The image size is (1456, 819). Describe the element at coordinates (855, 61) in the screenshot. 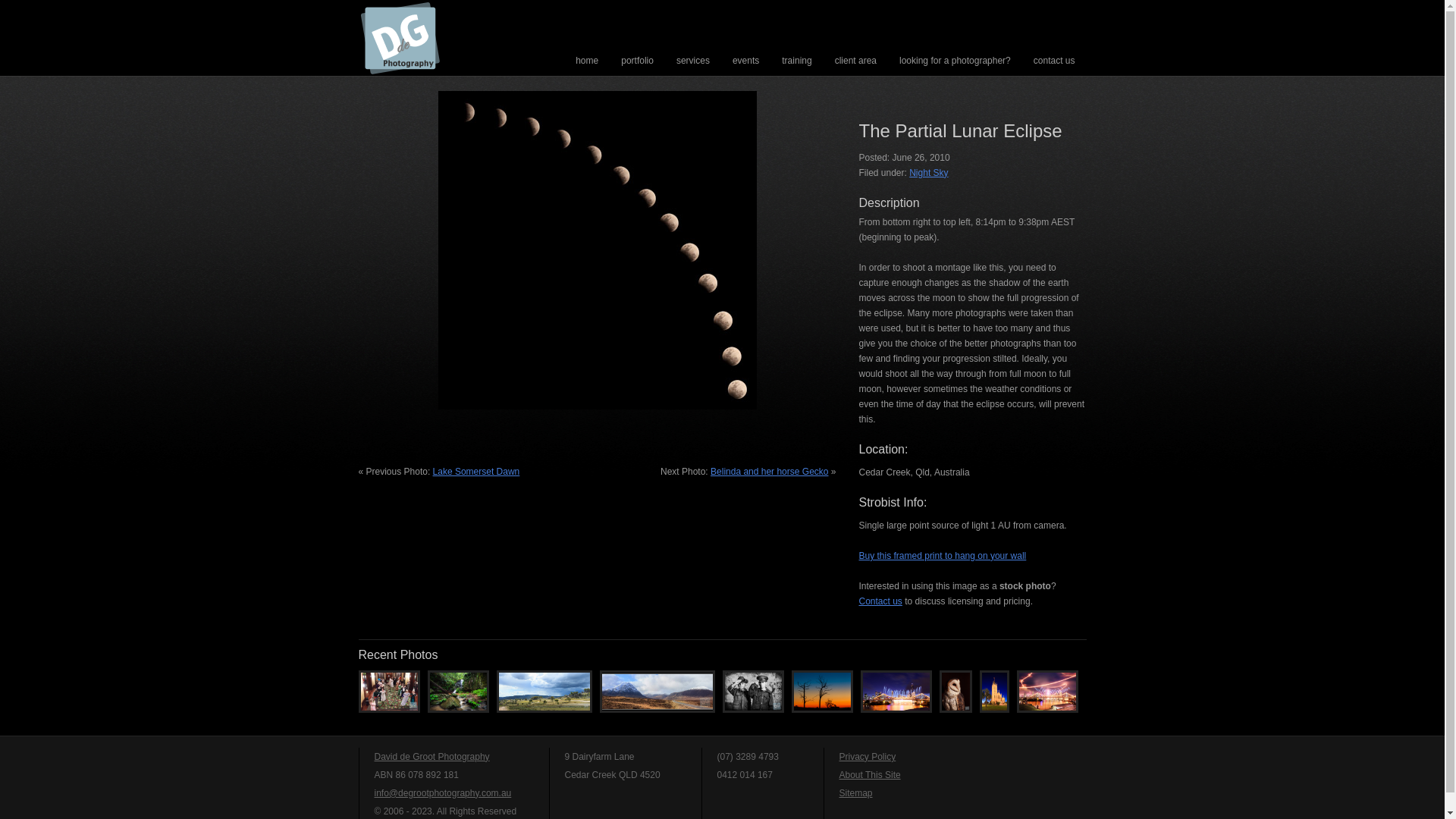

I see `'client area'` at that location.